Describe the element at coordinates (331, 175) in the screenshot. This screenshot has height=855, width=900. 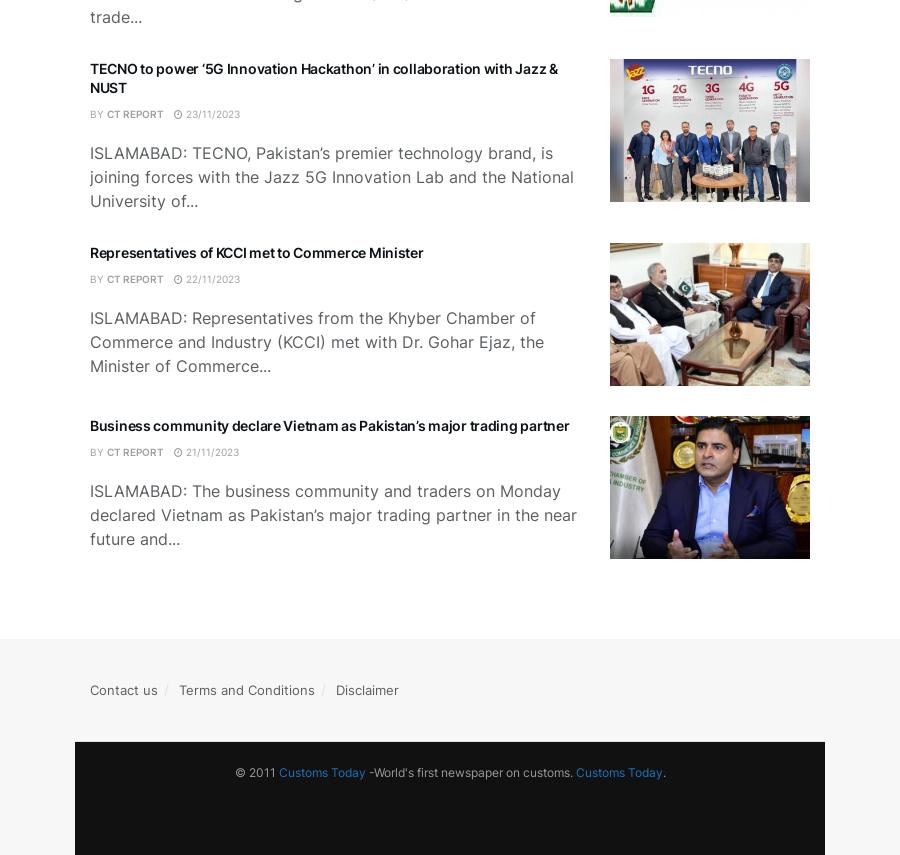
I see `'ISLAMABAD: TECNO, Pakistan’s premier technology brand, is joining forces with the Jazz 5G Innovation Lab and the National University of...'` at that location.